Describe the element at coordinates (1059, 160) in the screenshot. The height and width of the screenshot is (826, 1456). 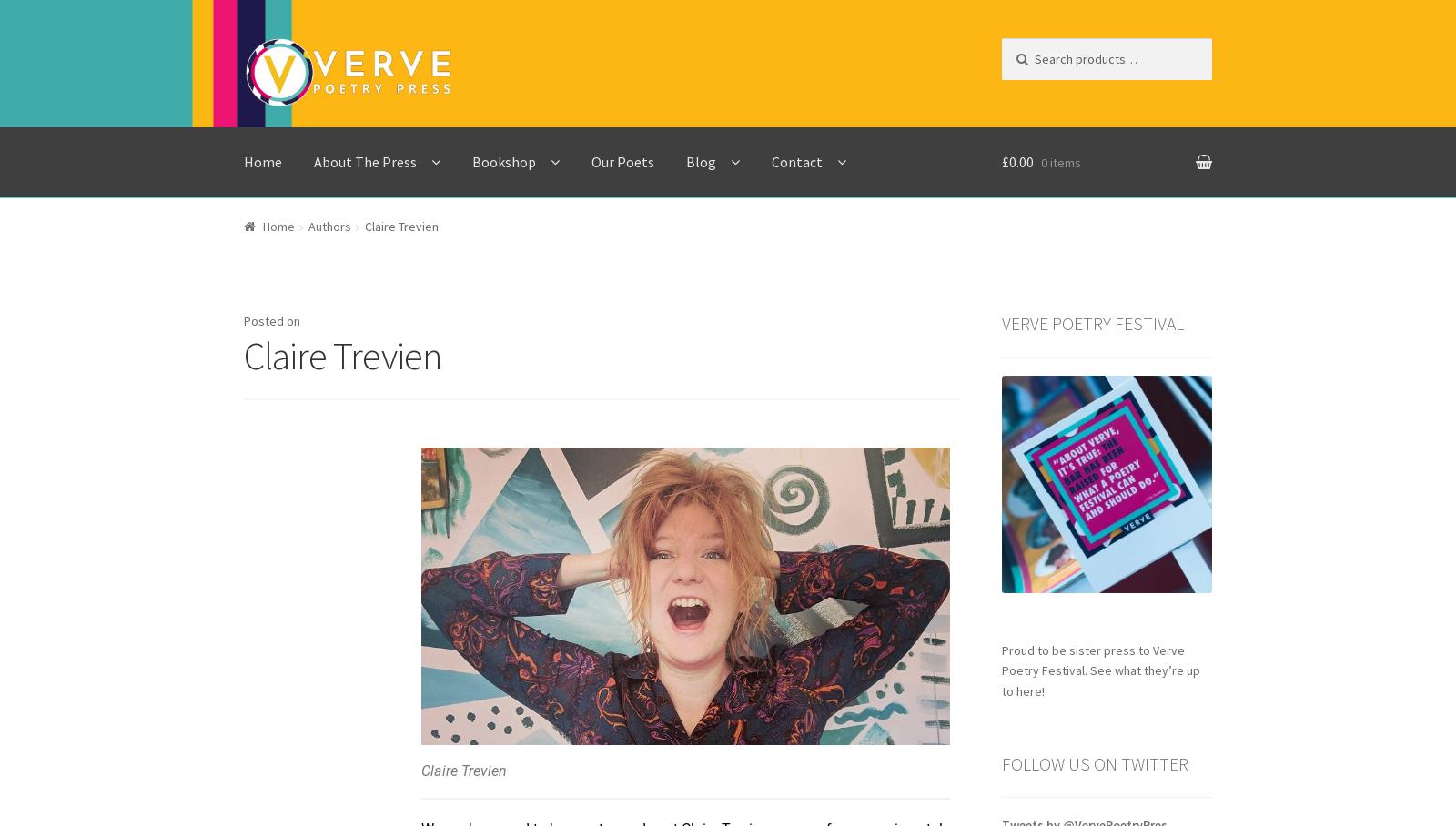
I see `'0 items'` at that location.